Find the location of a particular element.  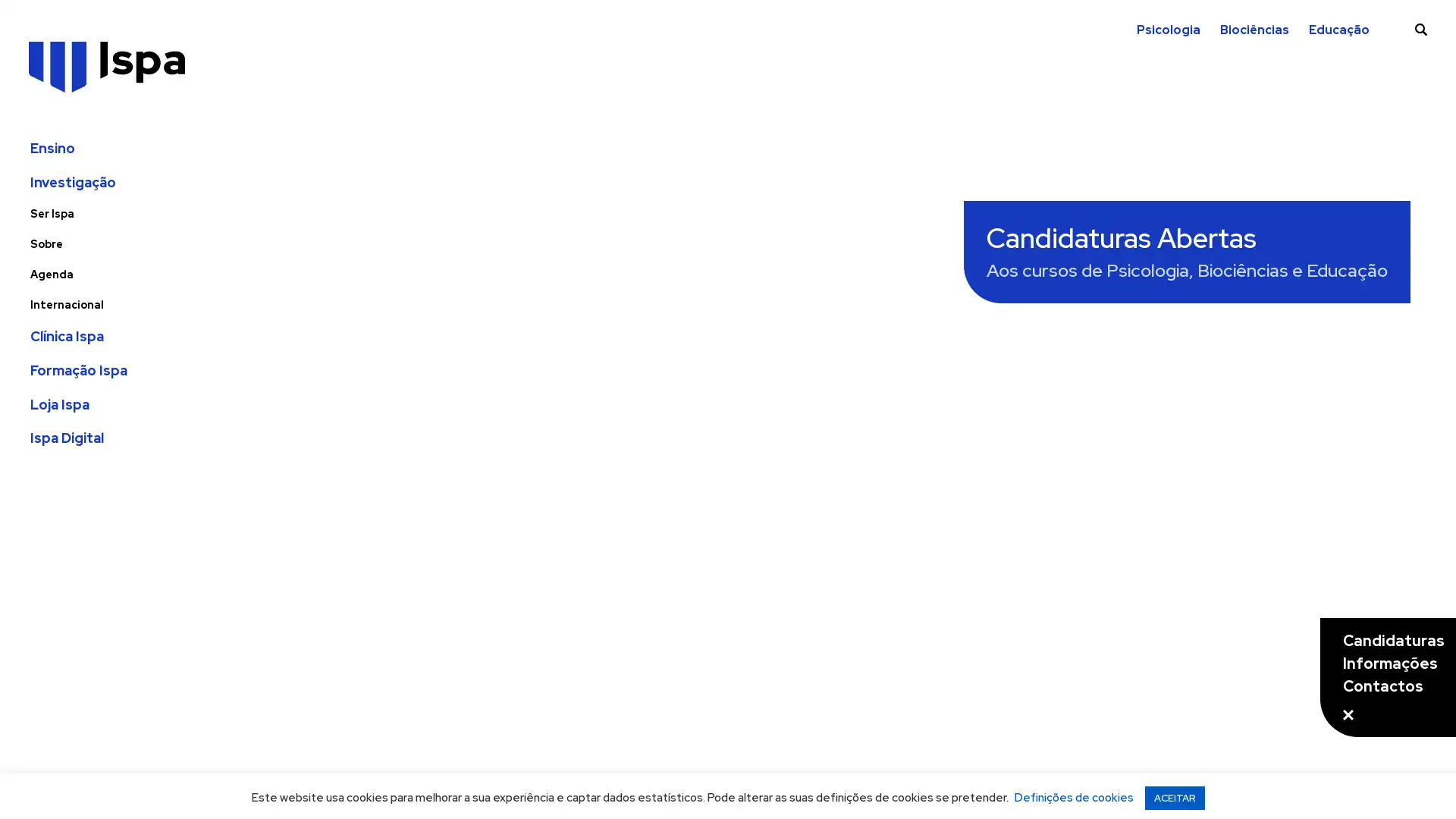

Definicoes de cookies is located at coordinates (1072, 797).